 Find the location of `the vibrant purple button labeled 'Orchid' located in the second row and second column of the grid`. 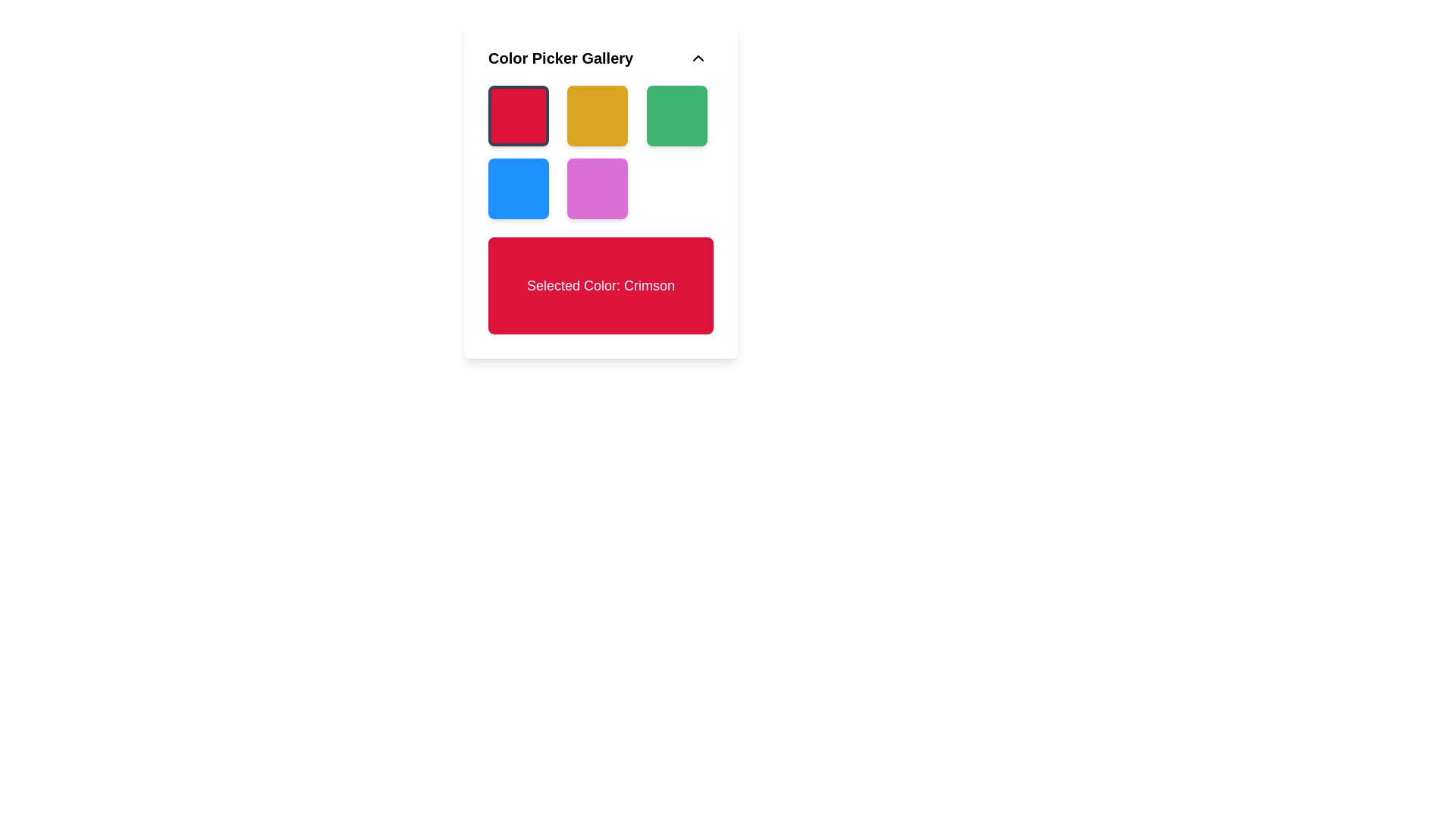

the vibrant purple button labeled 'Orchid' located in the second row and second column of the grid is located at coordinates (597, 188).